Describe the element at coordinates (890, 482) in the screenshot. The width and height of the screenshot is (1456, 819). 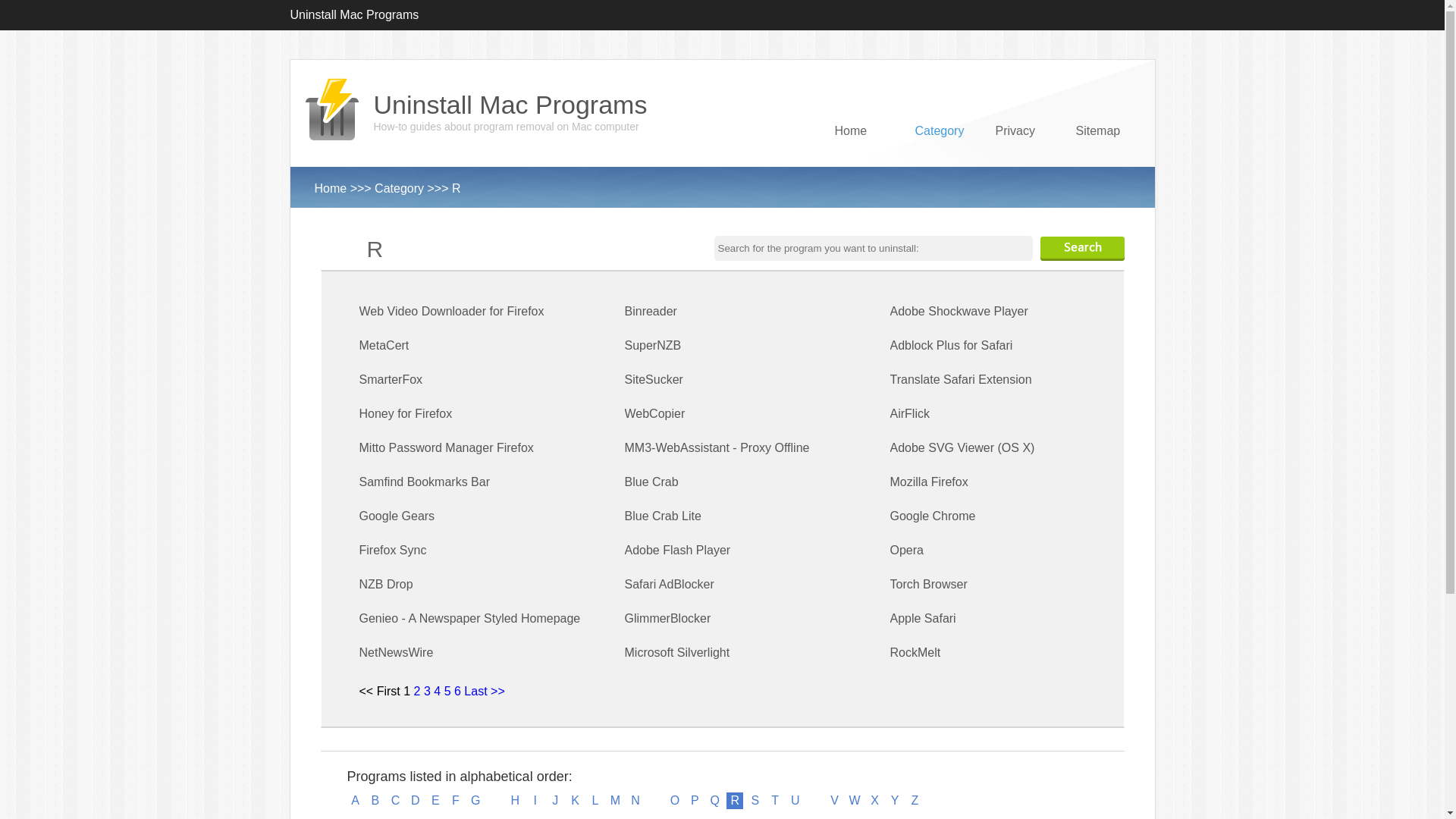
I see `'Mozilla Firefox'` at that location.